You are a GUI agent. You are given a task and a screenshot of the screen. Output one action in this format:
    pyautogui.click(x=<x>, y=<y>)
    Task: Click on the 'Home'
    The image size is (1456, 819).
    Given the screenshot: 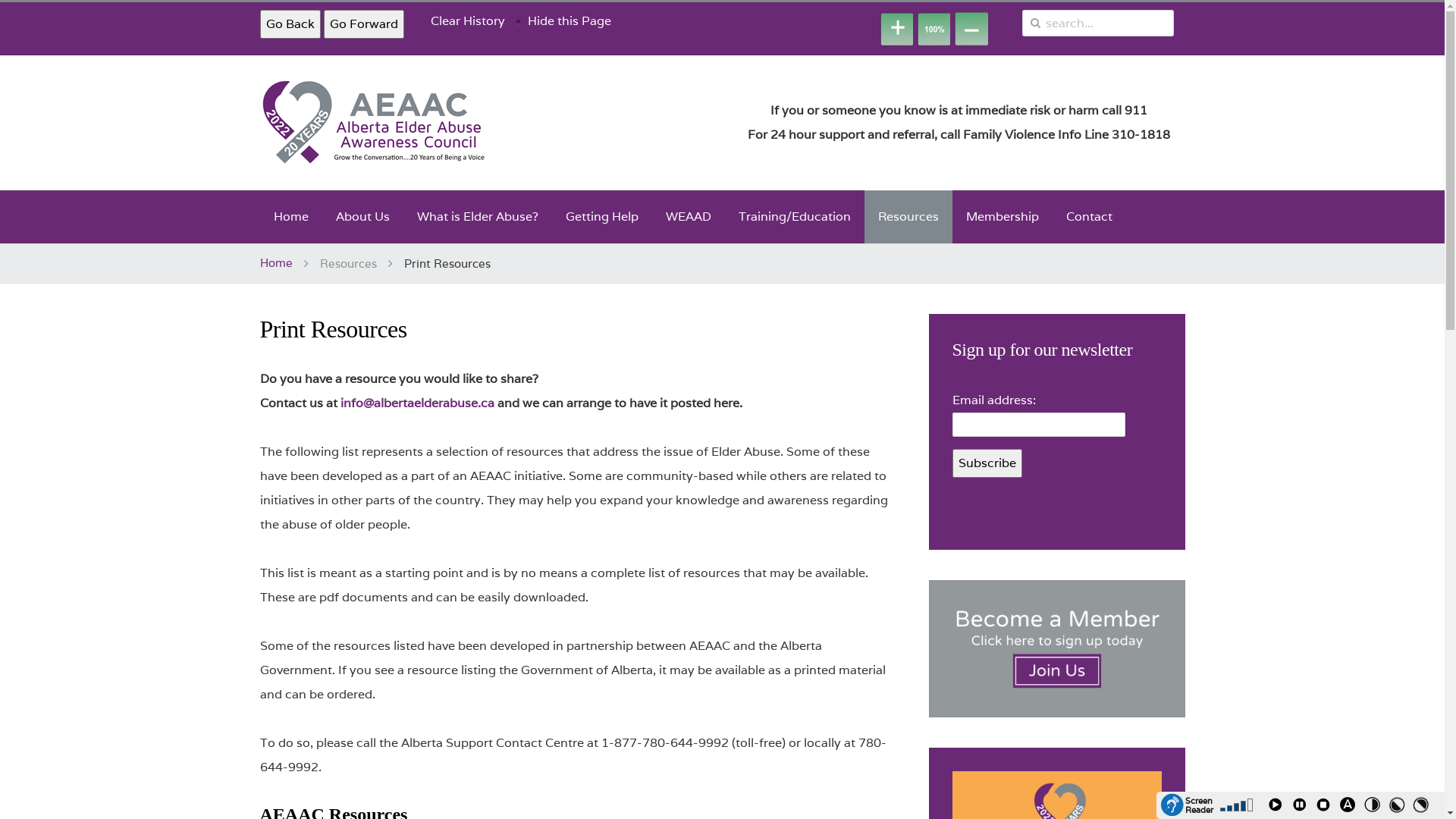 What is the action you would take?
    pyautogui.click(x=259, y=216)
    